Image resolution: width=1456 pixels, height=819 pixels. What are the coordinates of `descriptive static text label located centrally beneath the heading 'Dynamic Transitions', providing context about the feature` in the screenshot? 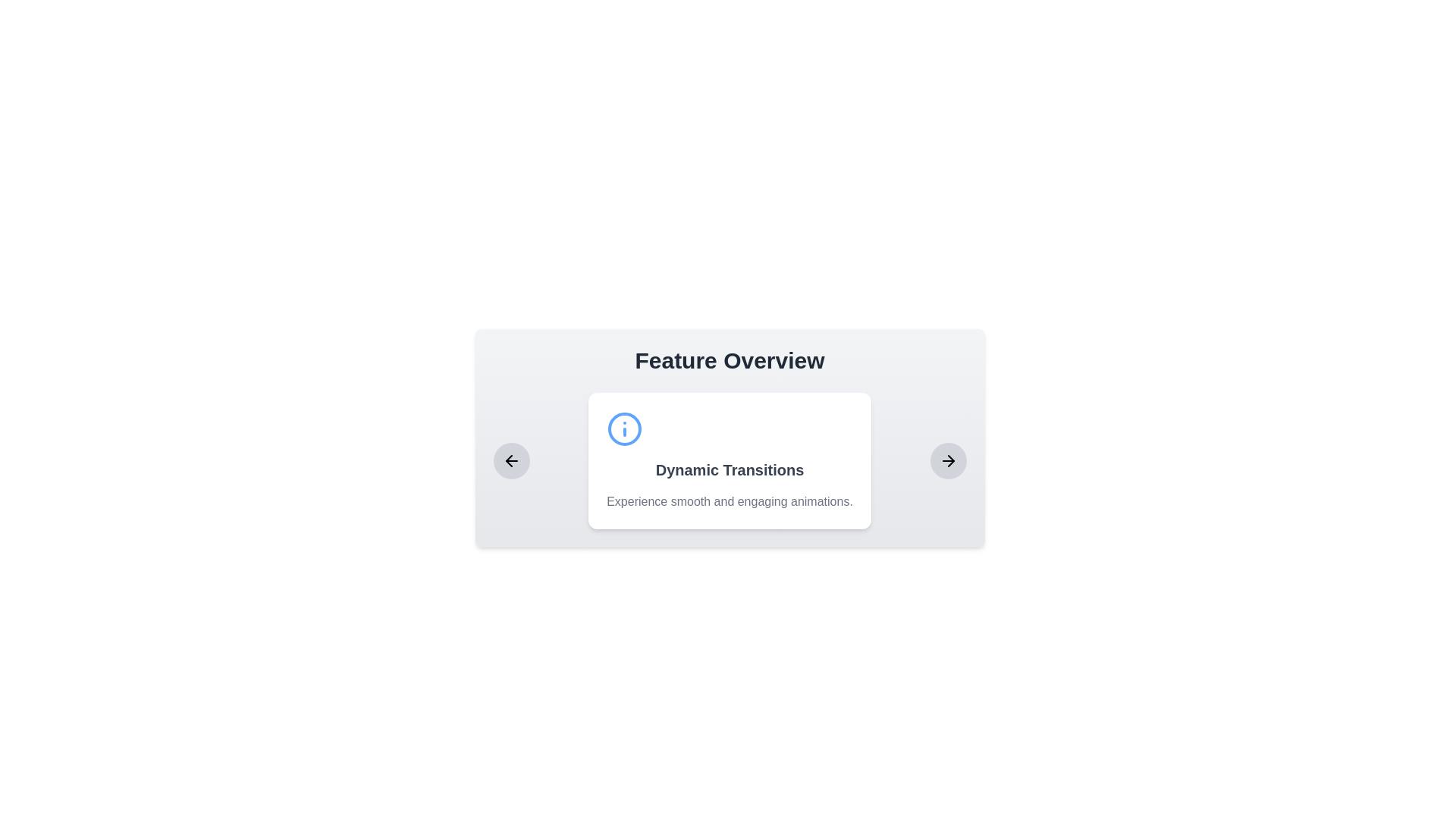 It's located at (730, 502).